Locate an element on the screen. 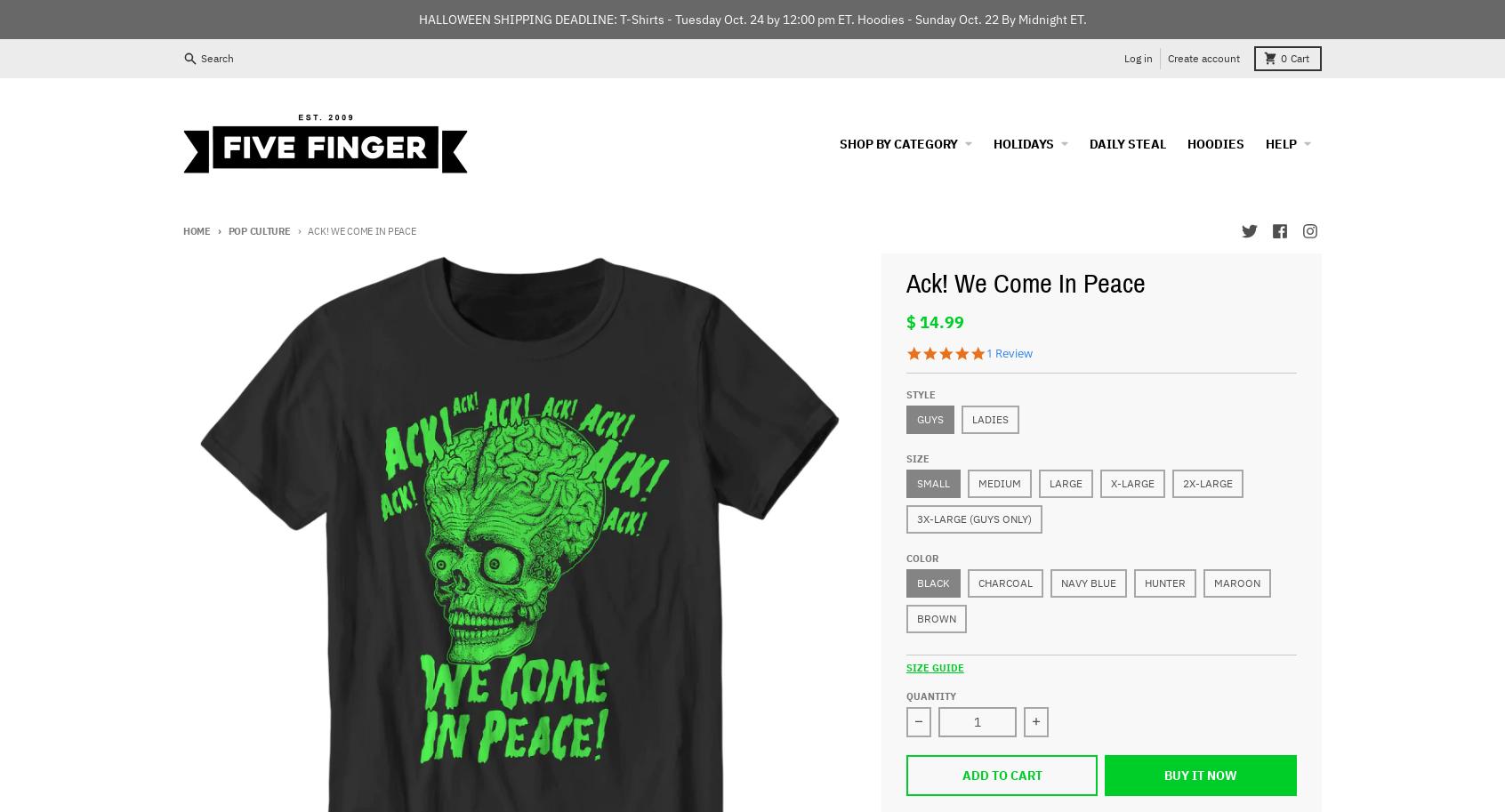  'Ladies' is located at coordinates (989, 417).